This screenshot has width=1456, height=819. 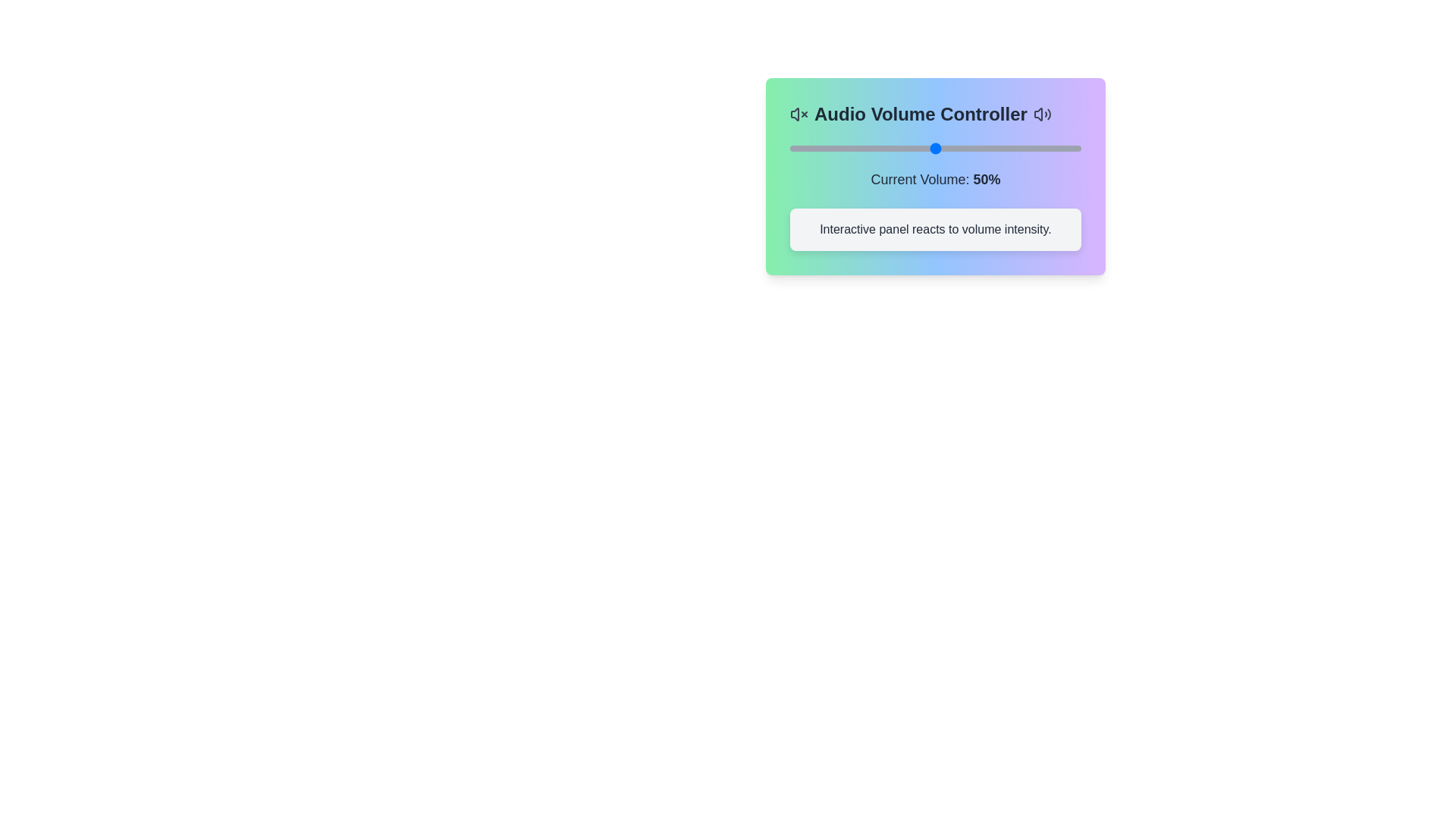 What do you see at coordinates (1062, 149) in the screenshot?
I see `the volume slider to 94%` at bounding box center [1062, 149].